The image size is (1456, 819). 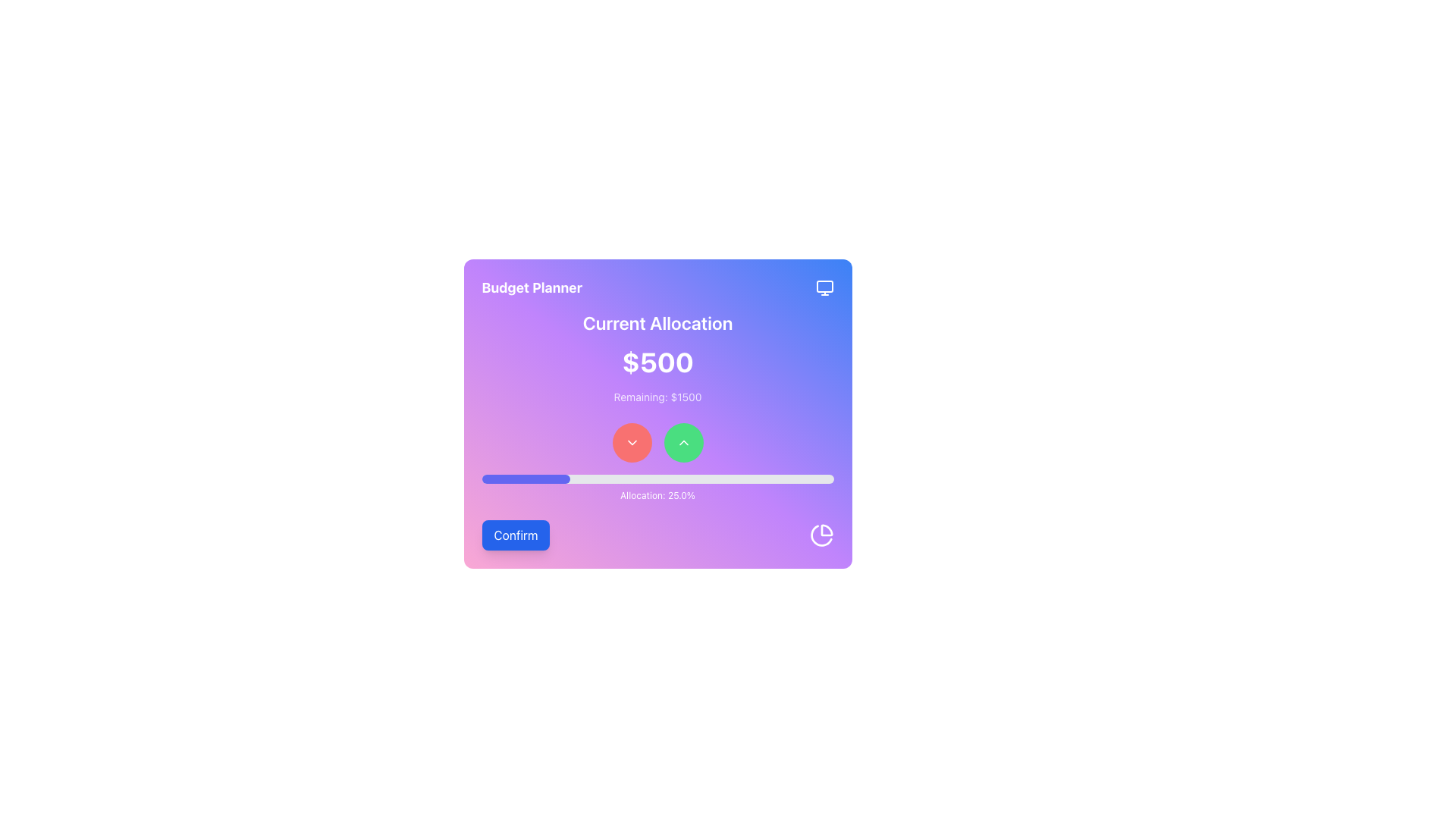 What do you see at coordinates (526, 479) in the screenshot?
I see `the progress bar that is filled with a purple segmented indicator, which spans approximately 25% of its total width, located below the increment and decrement buttons` at bounding box center [526, 479].